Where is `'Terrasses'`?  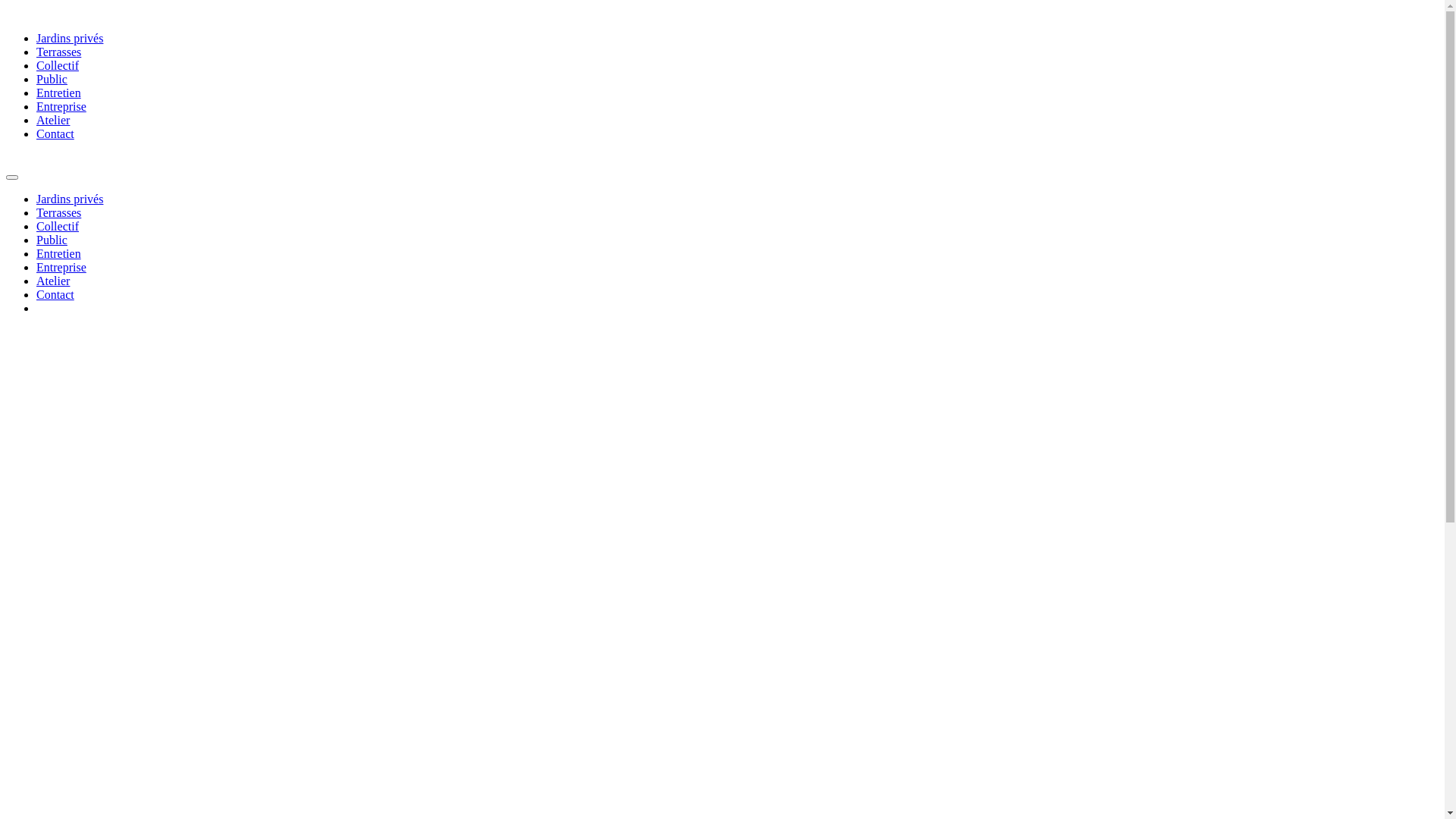 'Terrasses' is located at coordinates (58, 212).